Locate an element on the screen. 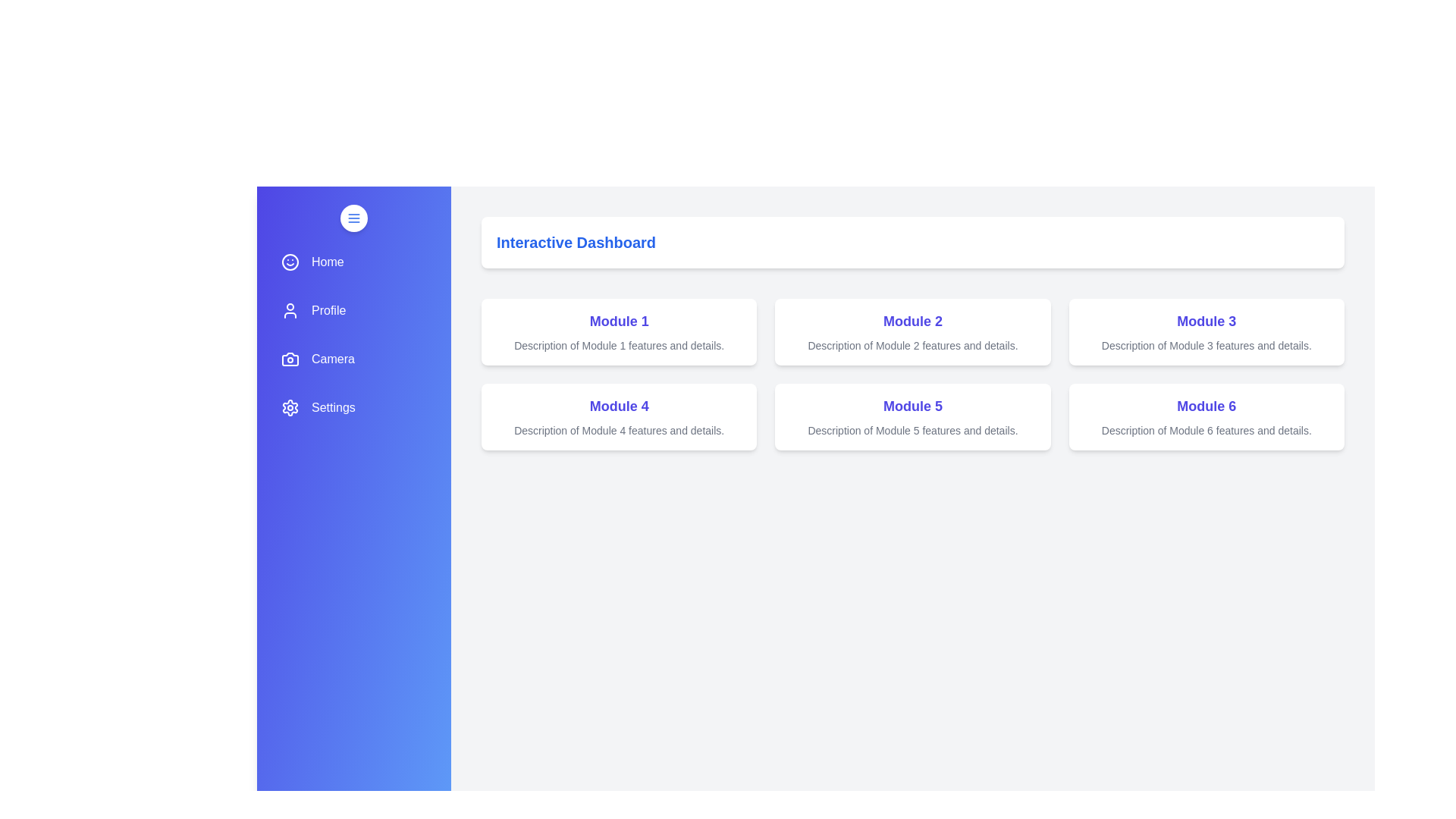 The image size is (1456, 819). the Informative card titled 'Module 5', which has a white background, bold indigo title, and is positioned in the second row, second column of the grid is located at coordinates (912, 417).